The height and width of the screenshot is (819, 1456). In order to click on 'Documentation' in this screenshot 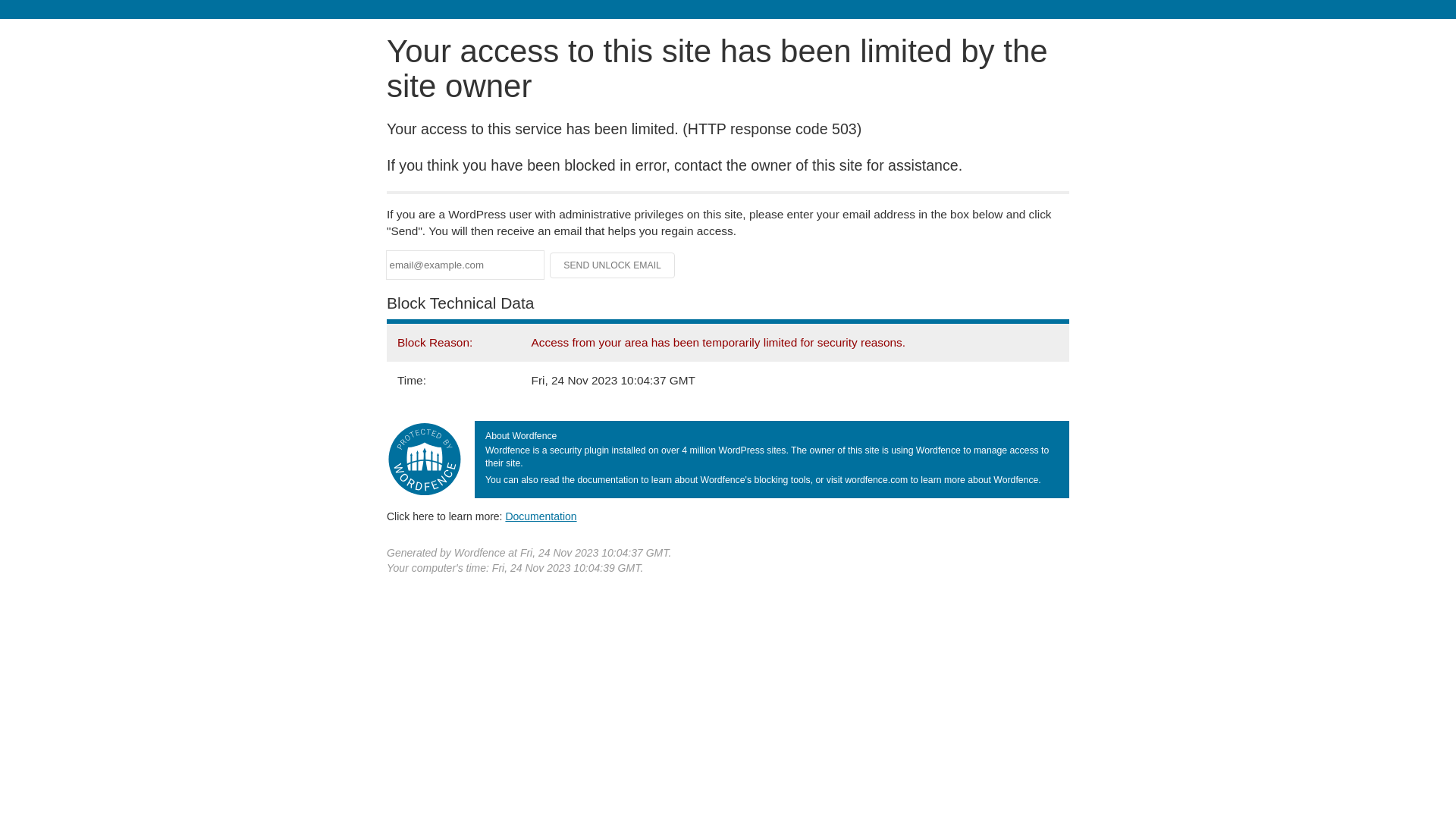, I will do `click(541, 516)`.